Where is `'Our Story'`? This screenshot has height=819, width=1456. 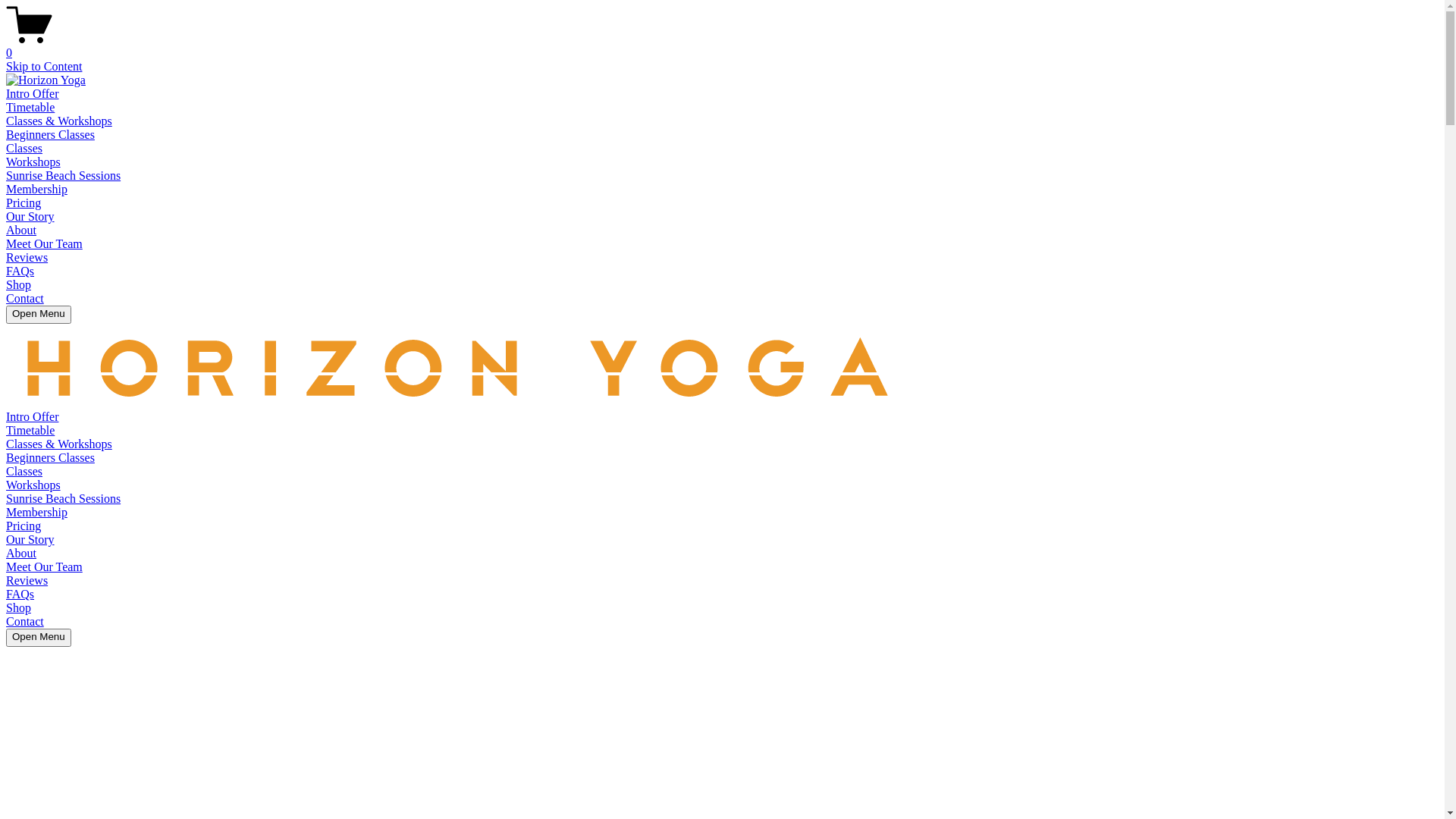
'Our Story' is located at coordinates (30, 538).